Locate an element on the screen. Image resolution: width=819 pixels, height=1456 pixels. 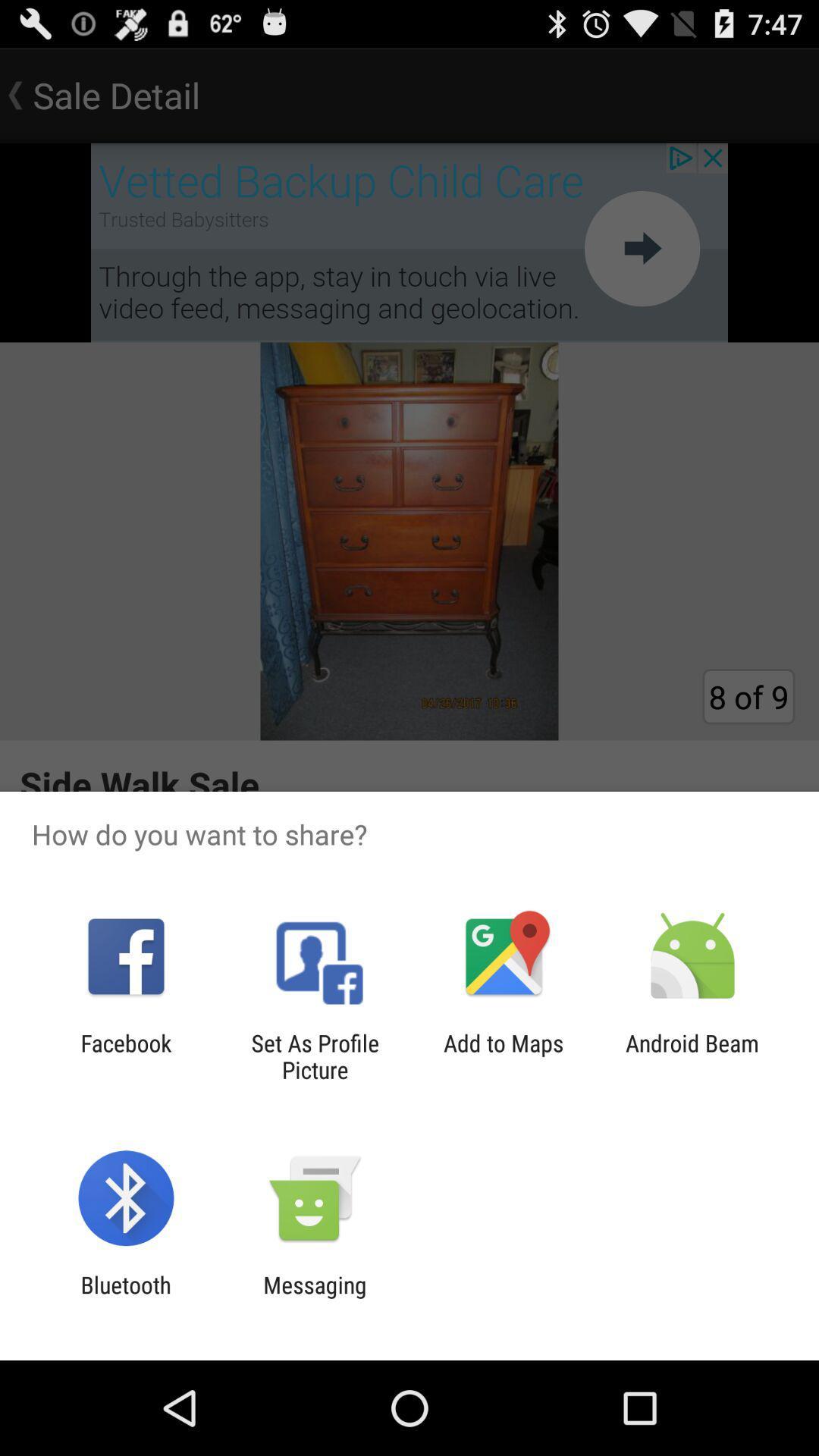
the item to the left of the android beam item is located at coordinates (504, 1056).